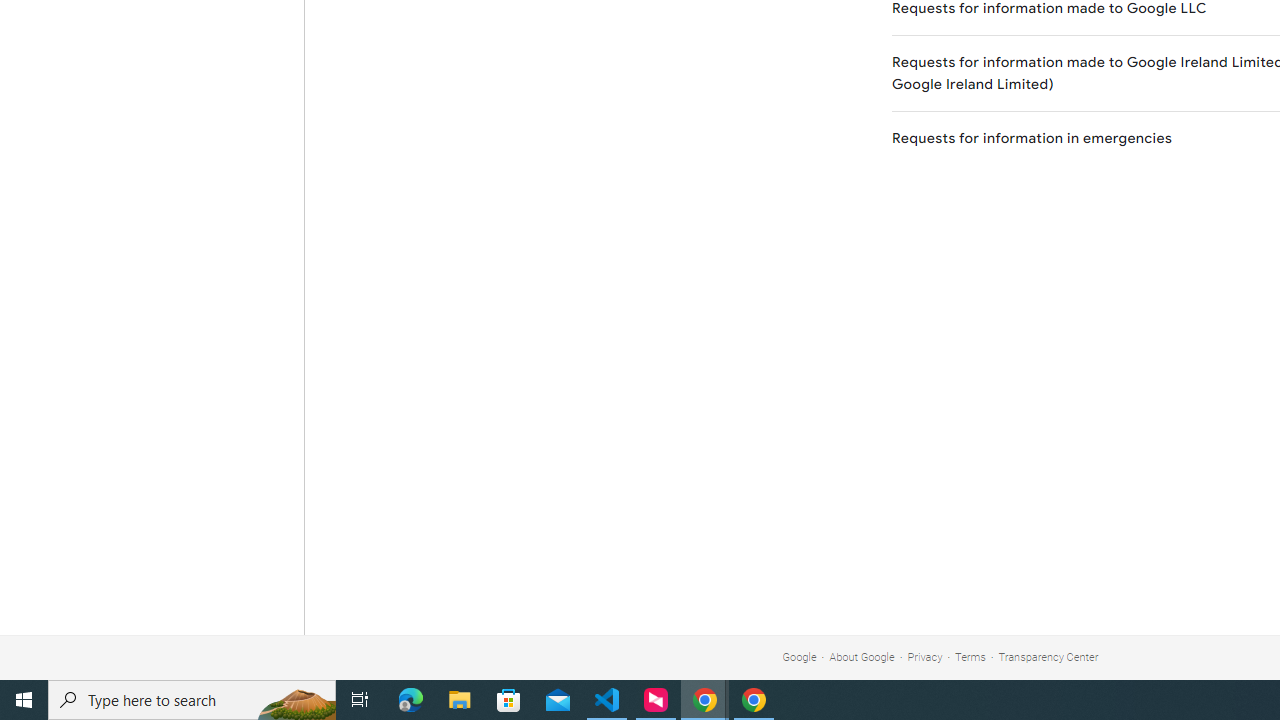 This screenshot has width=1280, height=720. What do you see at coordinates (798, 657) in the screenshot?
I see `'Google'` at bounding box center [798, 657].